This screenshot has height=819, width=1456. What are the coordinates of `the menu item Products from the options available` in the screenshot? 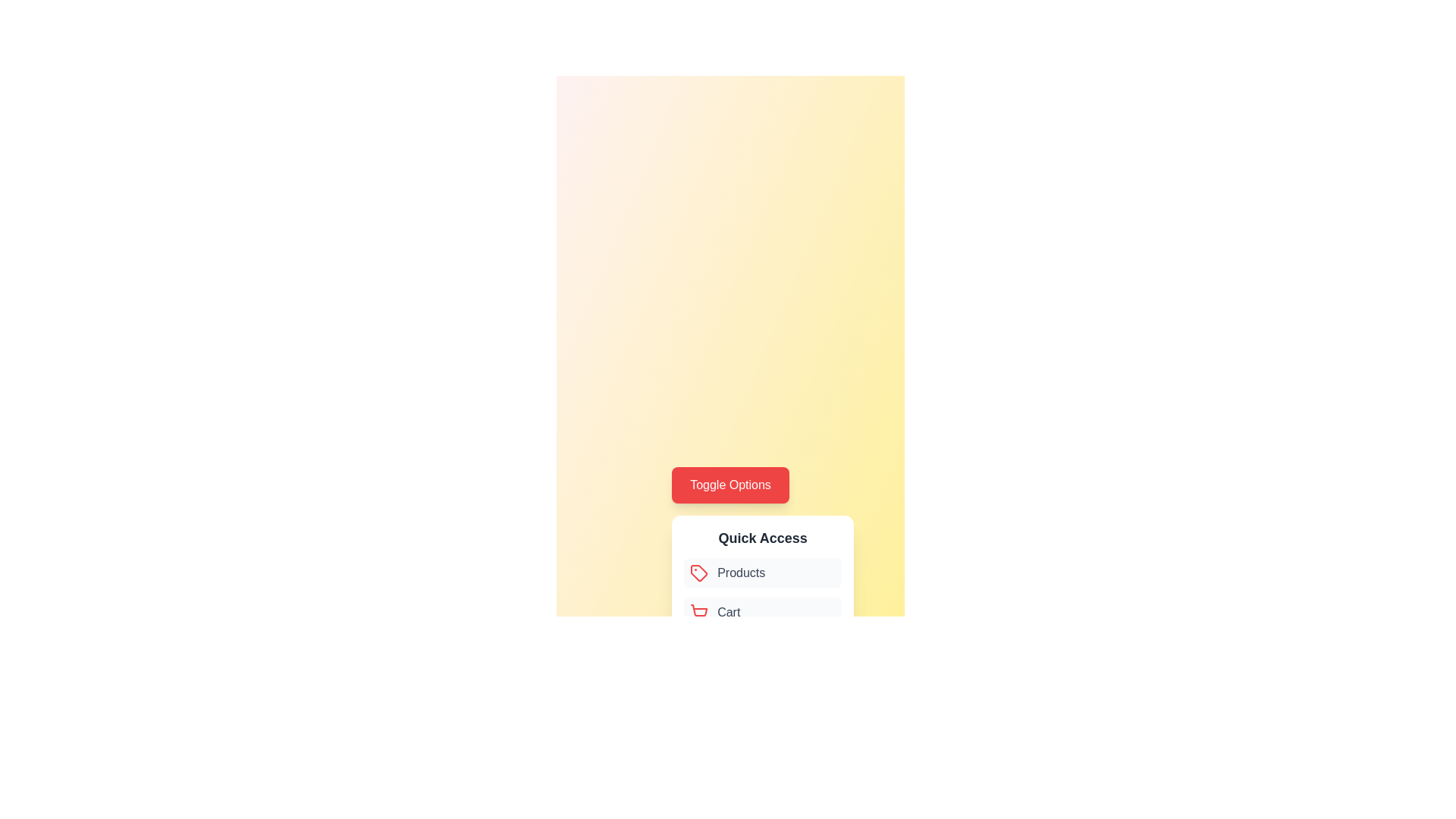 It's located at (763, 573).